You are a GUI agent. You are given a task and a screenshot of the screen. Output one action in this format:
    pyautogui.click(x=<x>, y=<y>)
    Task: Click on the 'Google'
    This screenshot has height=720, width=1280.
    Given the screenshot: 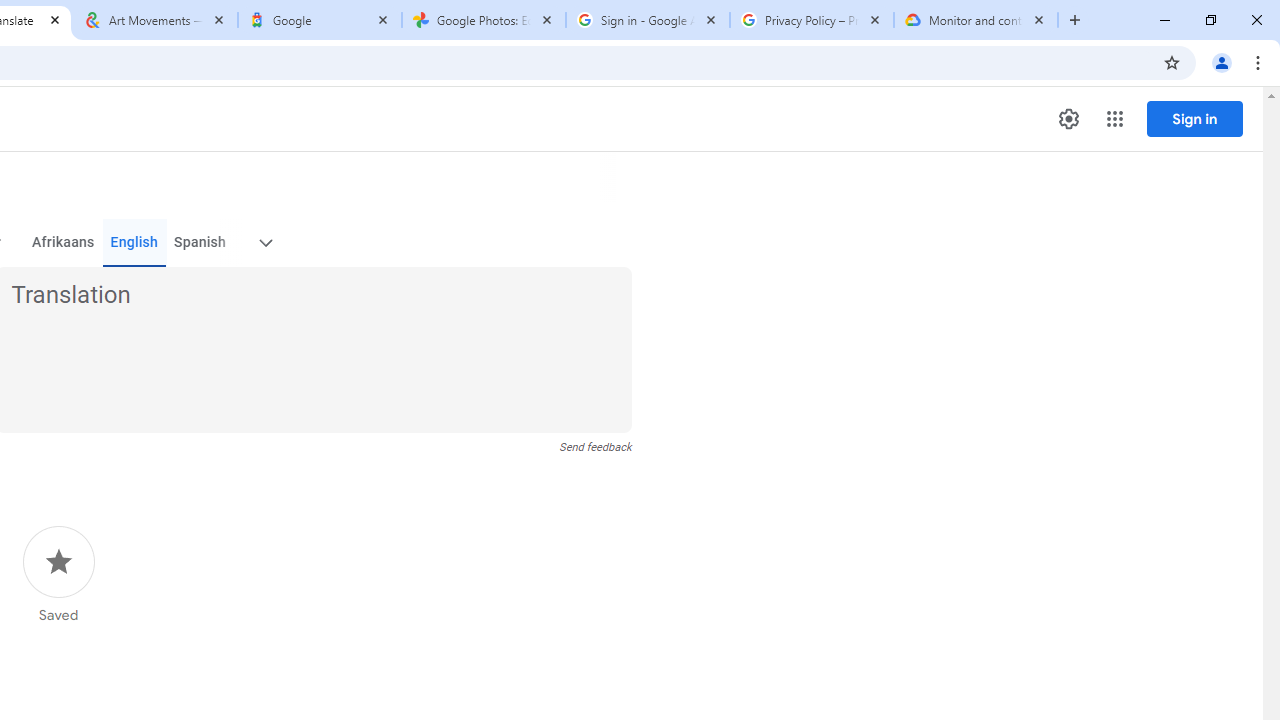 What is the action you would take?
    pyautogui.click(x=320, y=20)
    